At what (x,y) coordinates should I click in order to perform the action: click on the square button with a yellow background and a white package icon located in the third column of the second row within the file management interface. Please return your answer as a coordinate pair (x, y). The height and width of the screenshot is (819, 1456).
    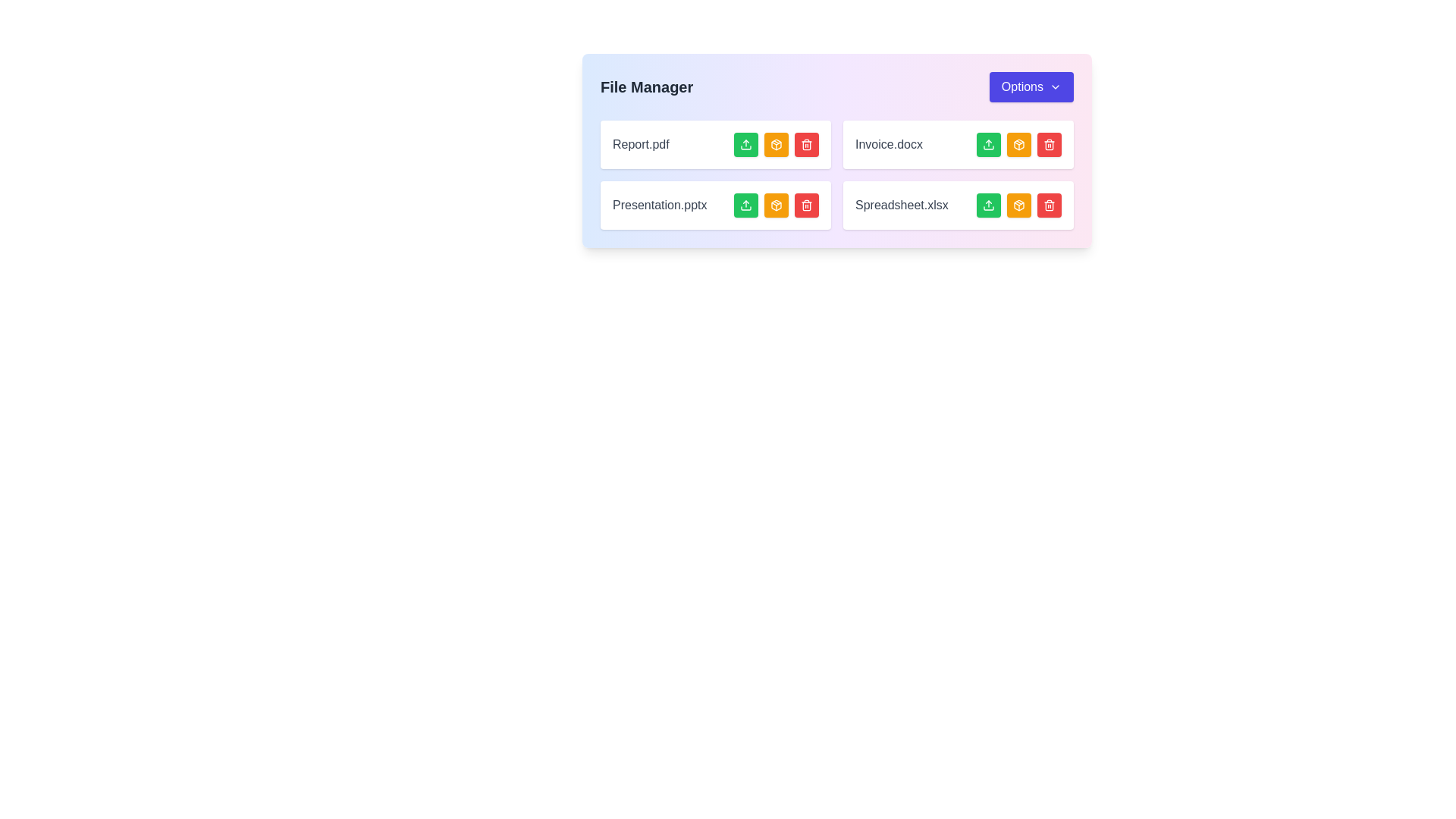
    Looking at the image, I should click on (776, 205).